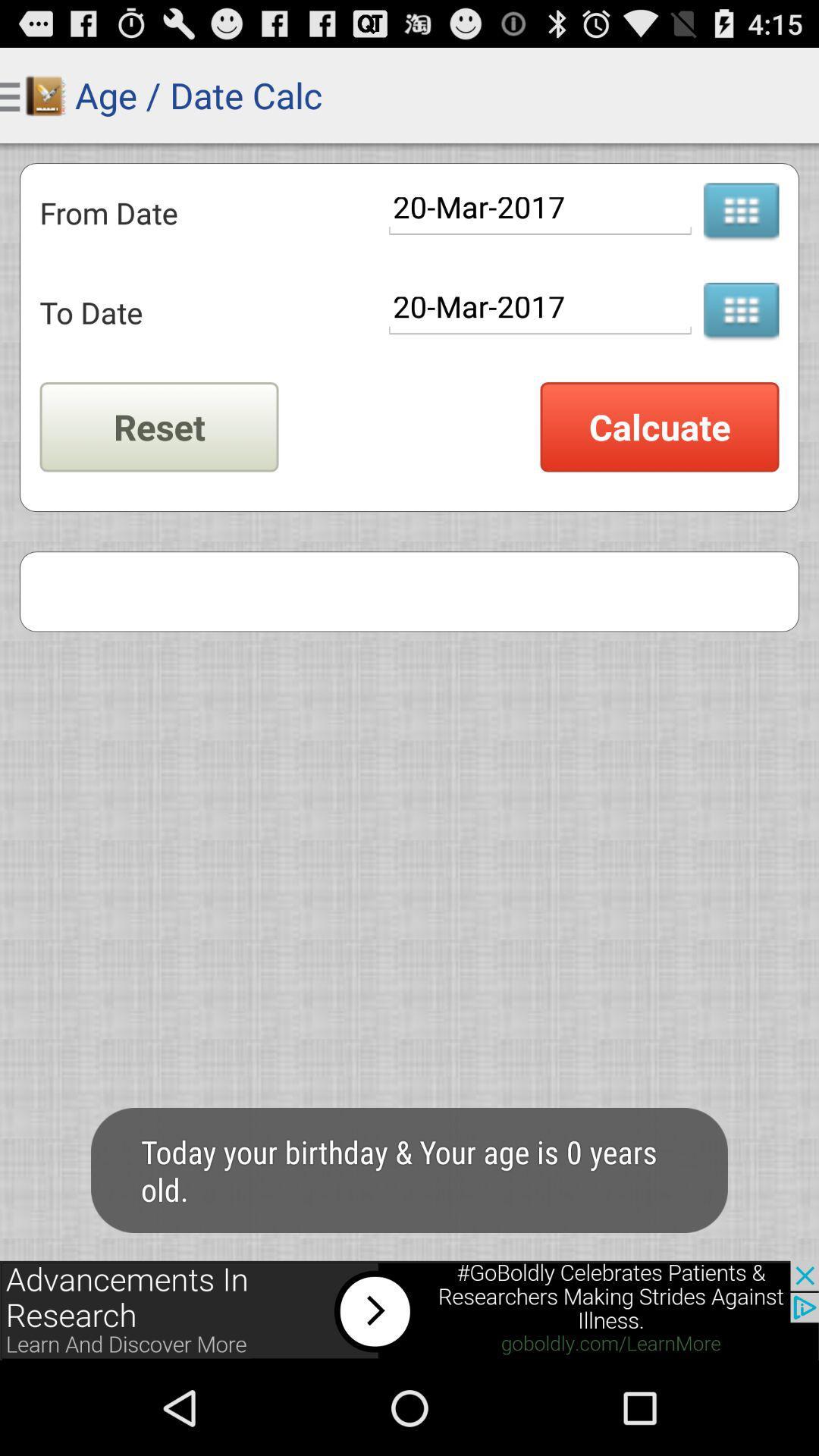  What do you see at coordinates (740, 312) in the screenshot?
I see `calendar button` at bounding box center [740, 312].